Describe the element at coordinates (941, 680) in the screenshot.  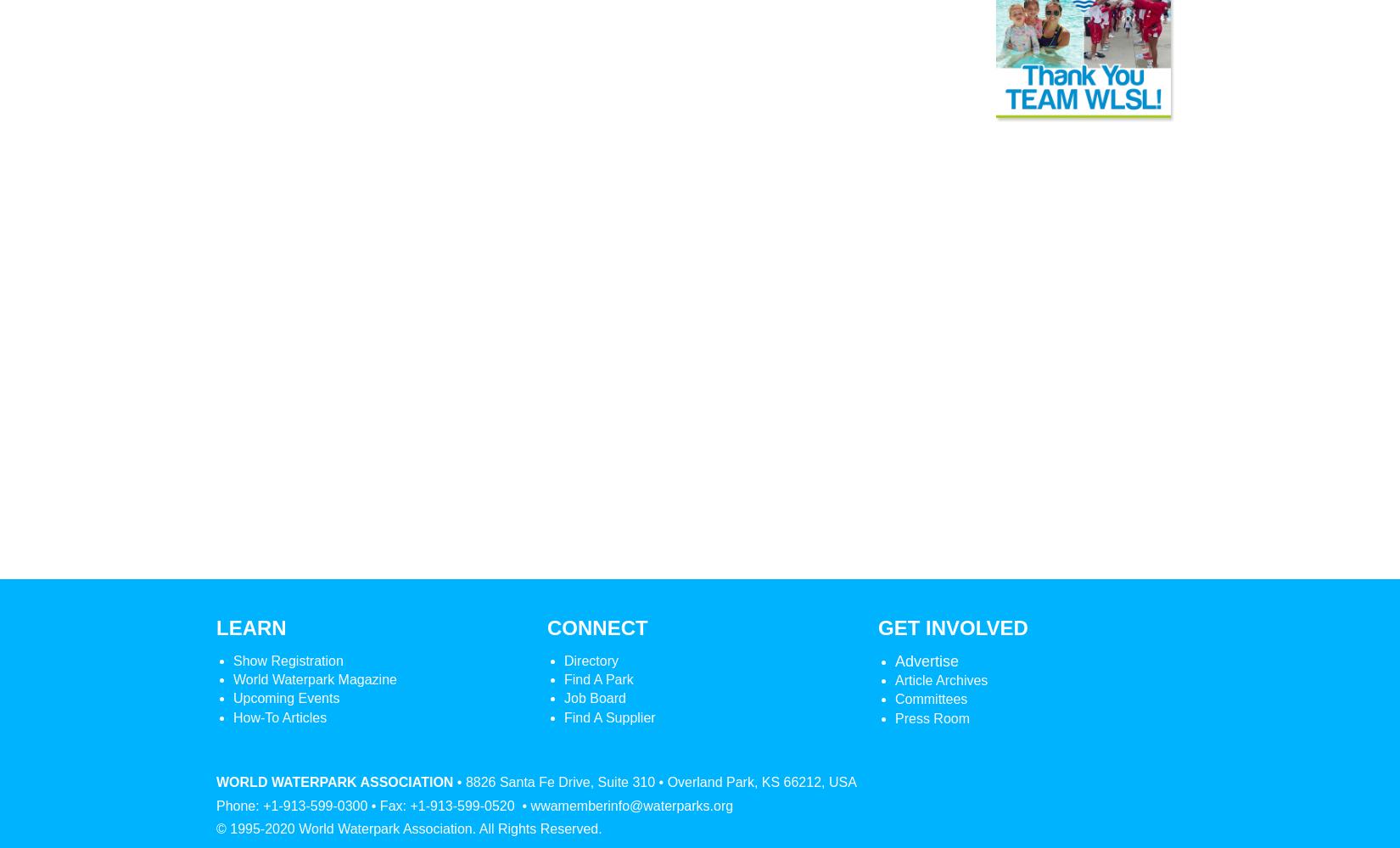
I see `'Article Archives'` at that location.